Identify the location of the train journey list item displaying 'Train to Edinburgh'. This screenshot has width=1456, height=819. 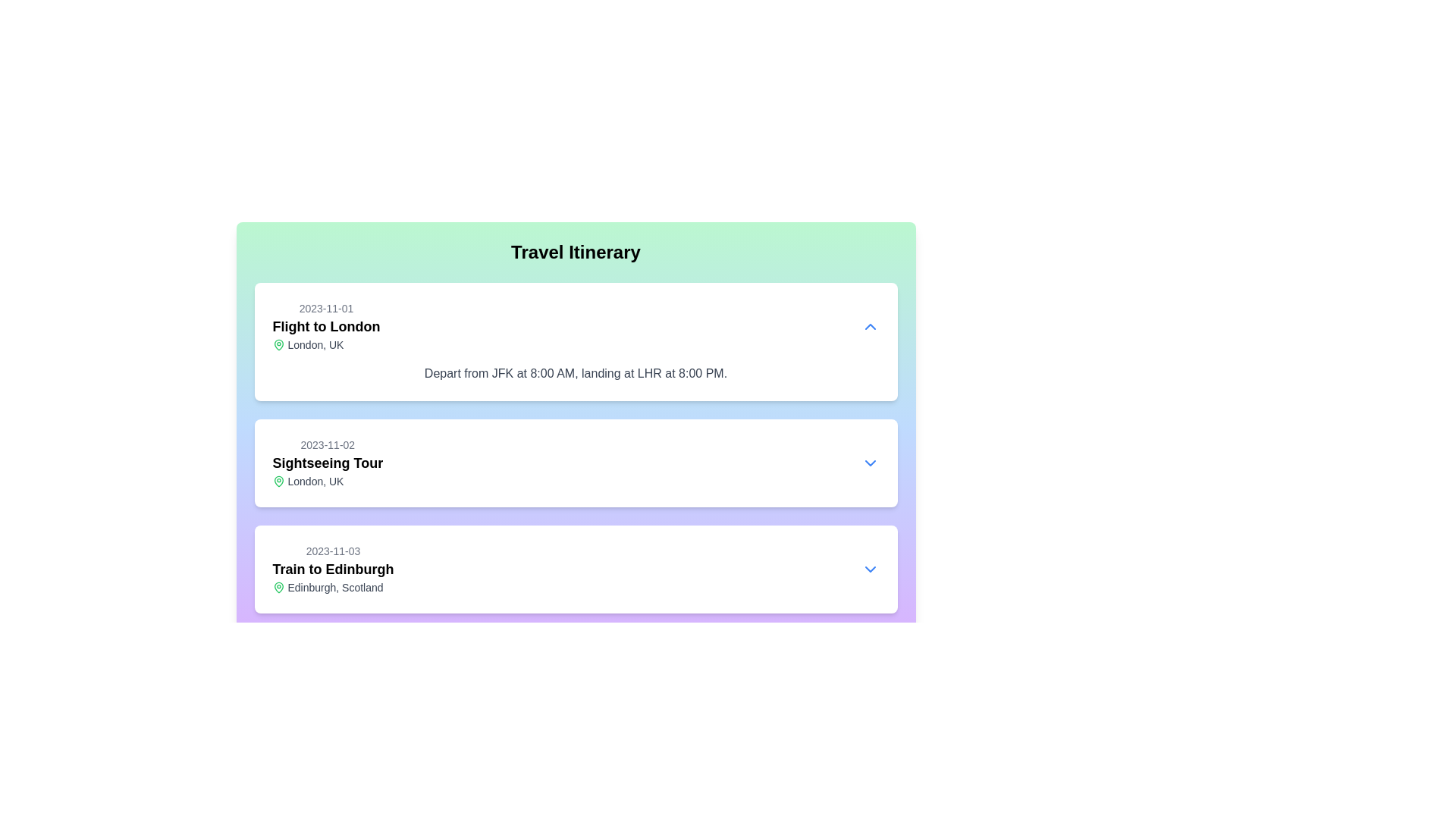
(332, 570).